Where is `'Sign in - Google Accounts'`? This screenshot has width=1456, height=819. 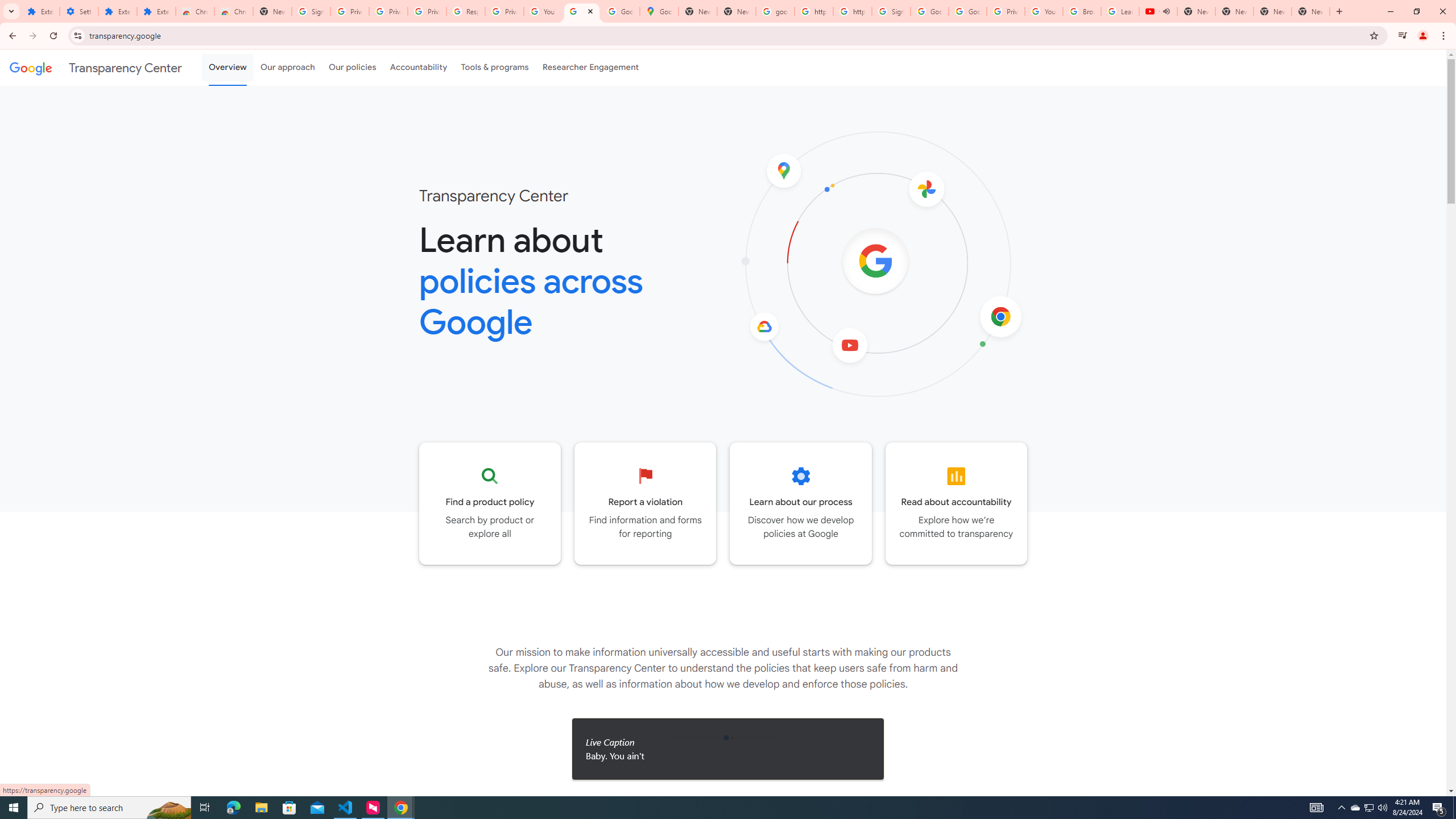
'Sign in - Google Accounts' is located at coordinates (890, 11).